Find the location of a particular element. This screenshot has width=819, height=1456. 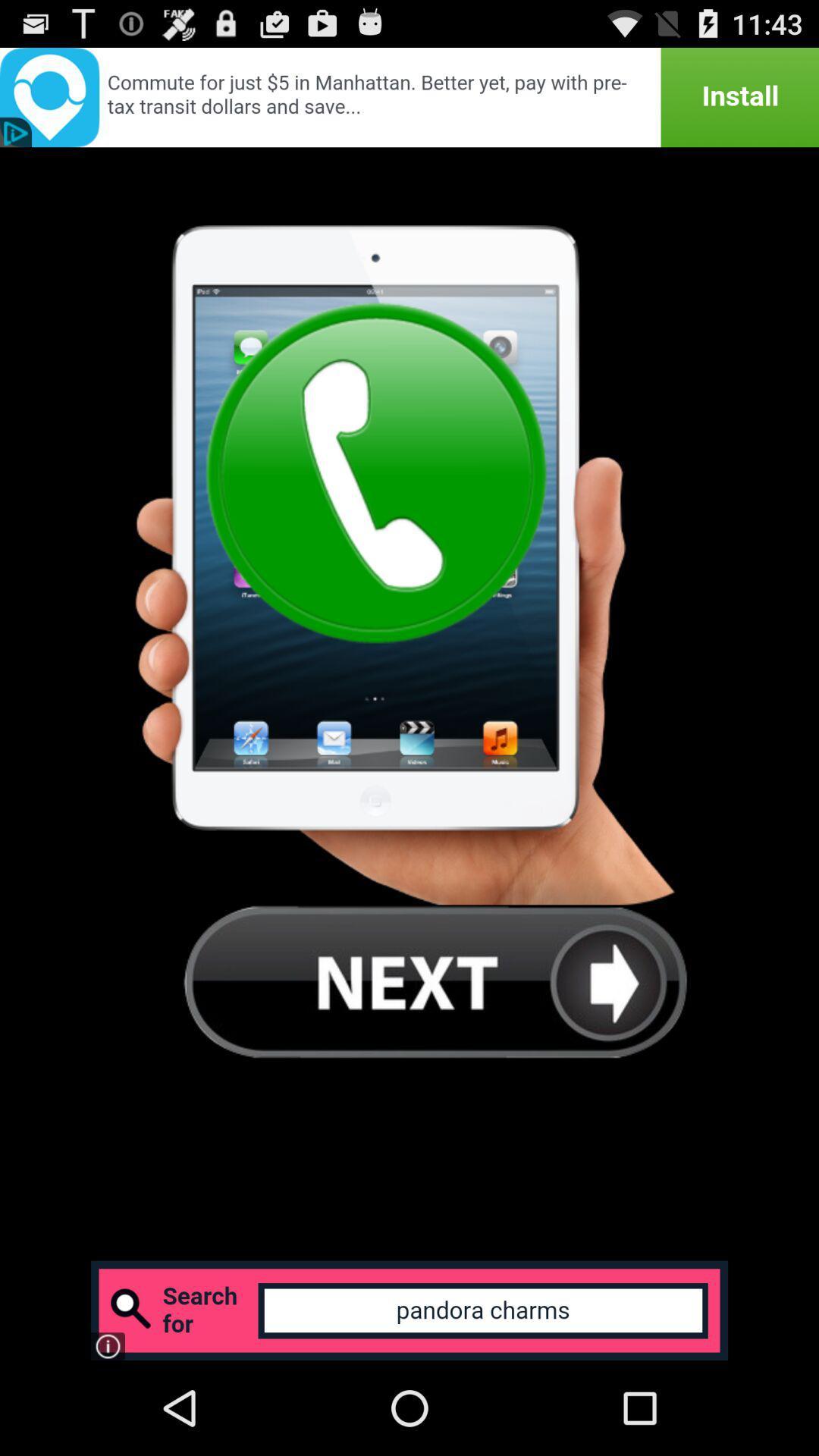

advertisement is located at coordinates (409, 1310).